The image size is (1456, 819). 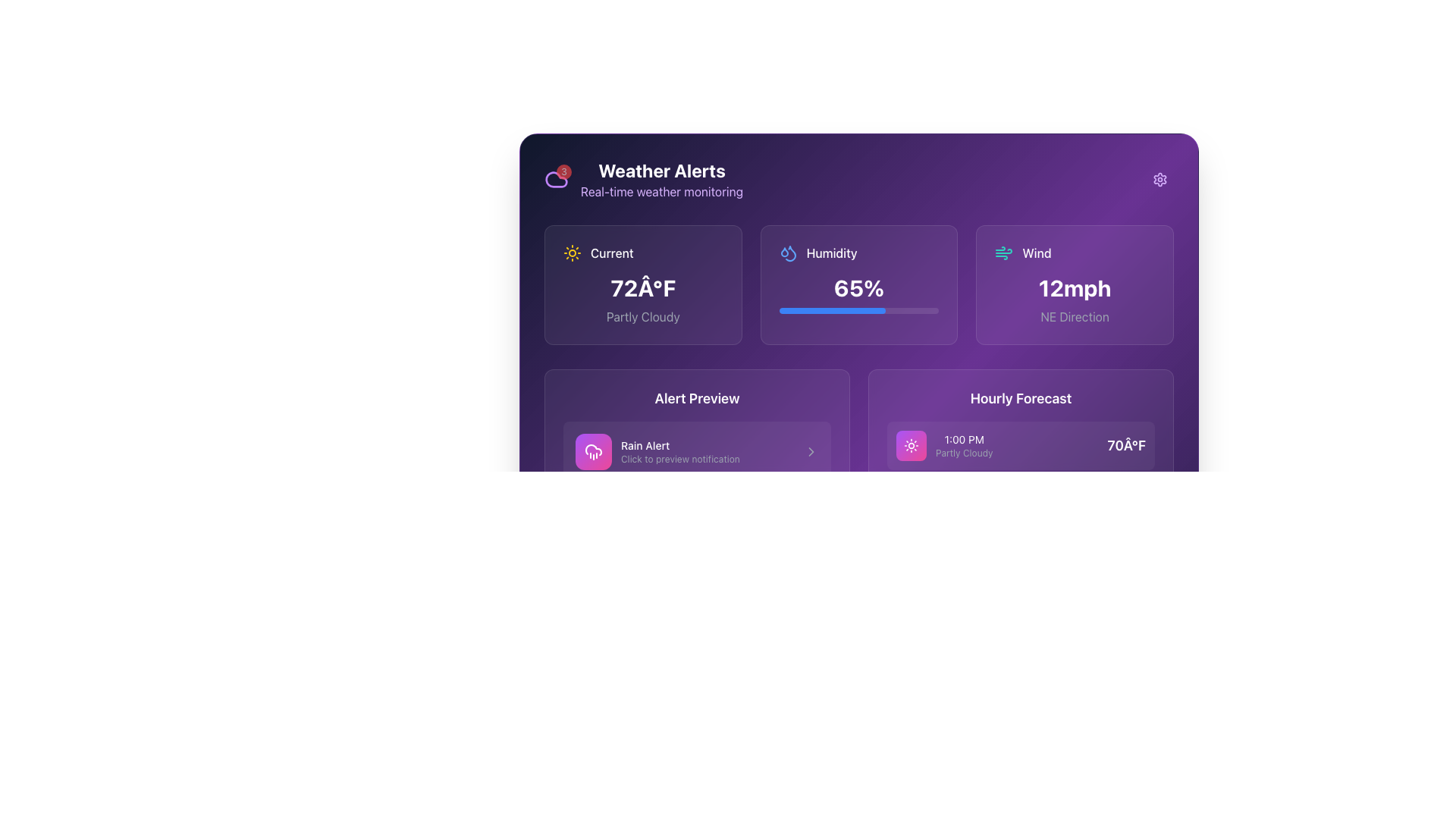 What do you see at coordinates (943, 567) in the screenshot?
I see `the Information Display Unit that shows the current time and weather condition on the weather monitoring dashboard, positioned at the bottom-right of the interface, to the left of the temperature display` at bounding box center [943, 567].